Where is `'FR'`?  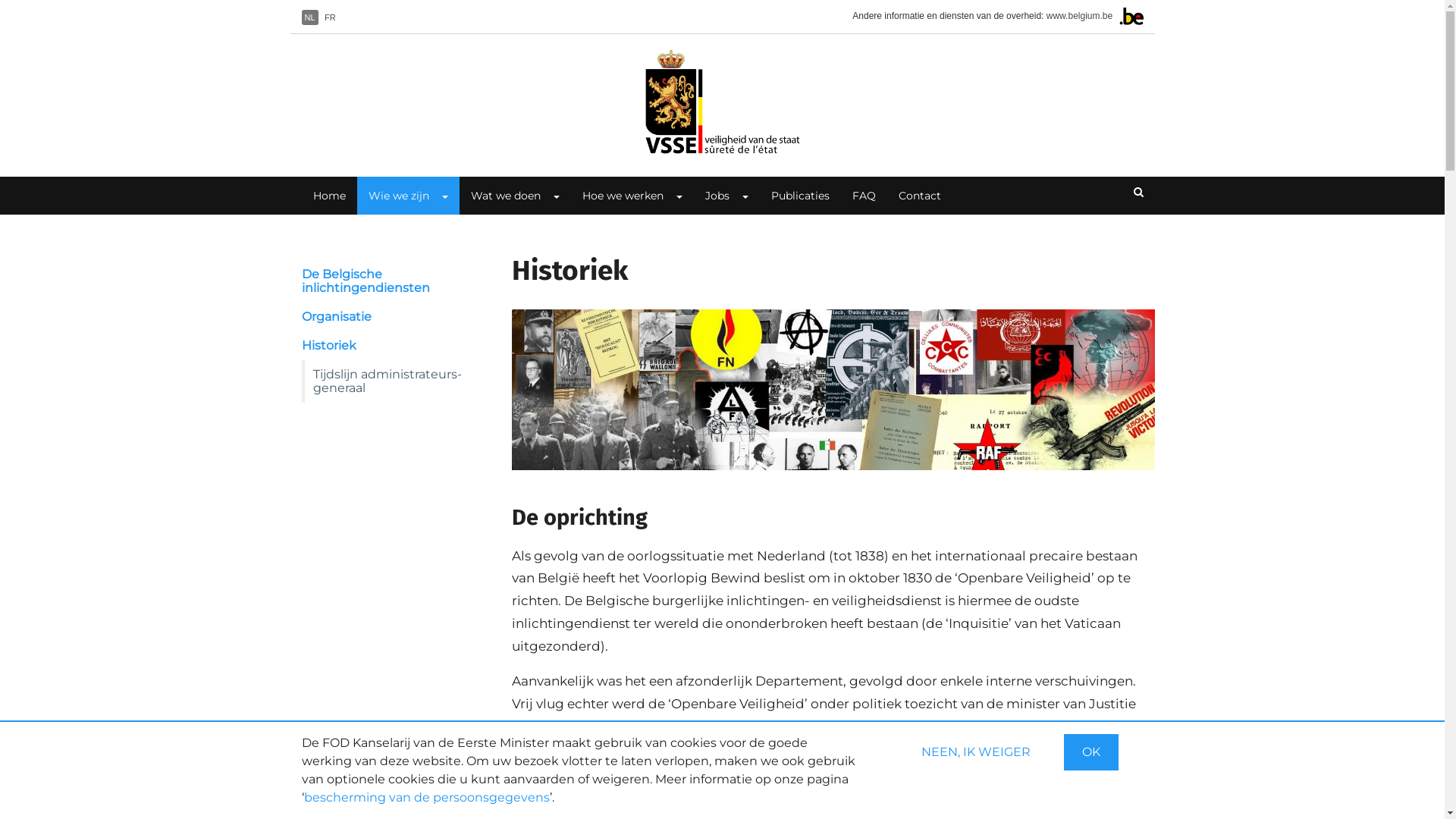 'FR' is located at coordinates (329, 17).